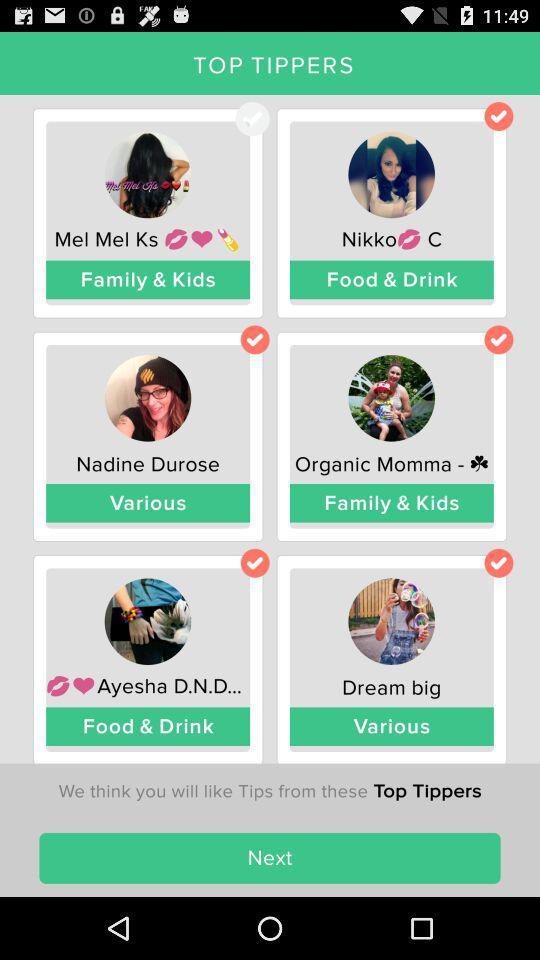 The image size is (540, 960). Describe the element at coordinates (270, 857) in the screenshot. I see `item below the we think you icon` at that location.